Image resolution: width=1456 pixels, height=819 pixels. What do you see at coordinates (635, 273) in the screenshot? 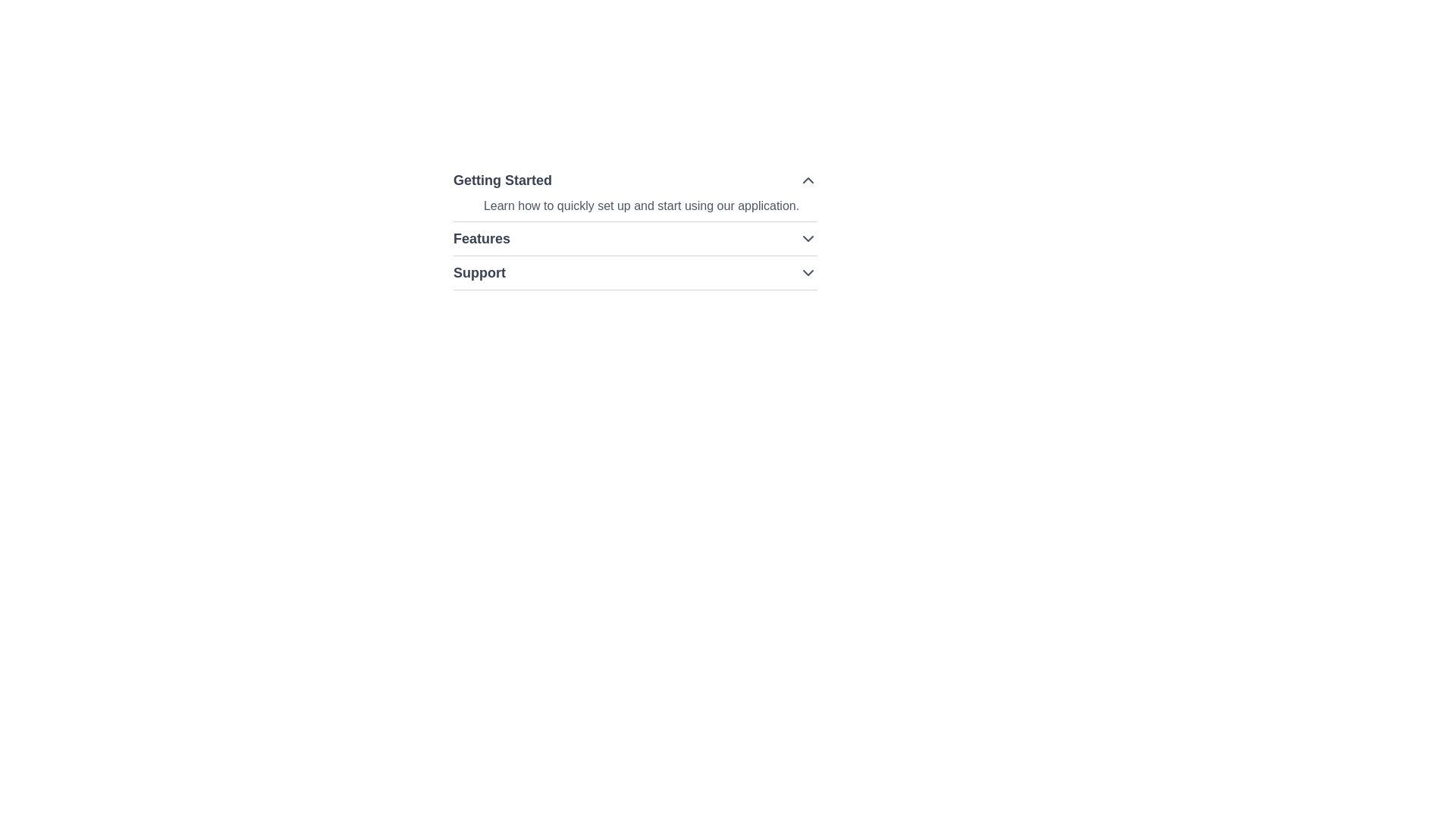
I see `the 'Support' dropdown menu item, which is the third option in a vertical list` at bounding box center [635, 273].